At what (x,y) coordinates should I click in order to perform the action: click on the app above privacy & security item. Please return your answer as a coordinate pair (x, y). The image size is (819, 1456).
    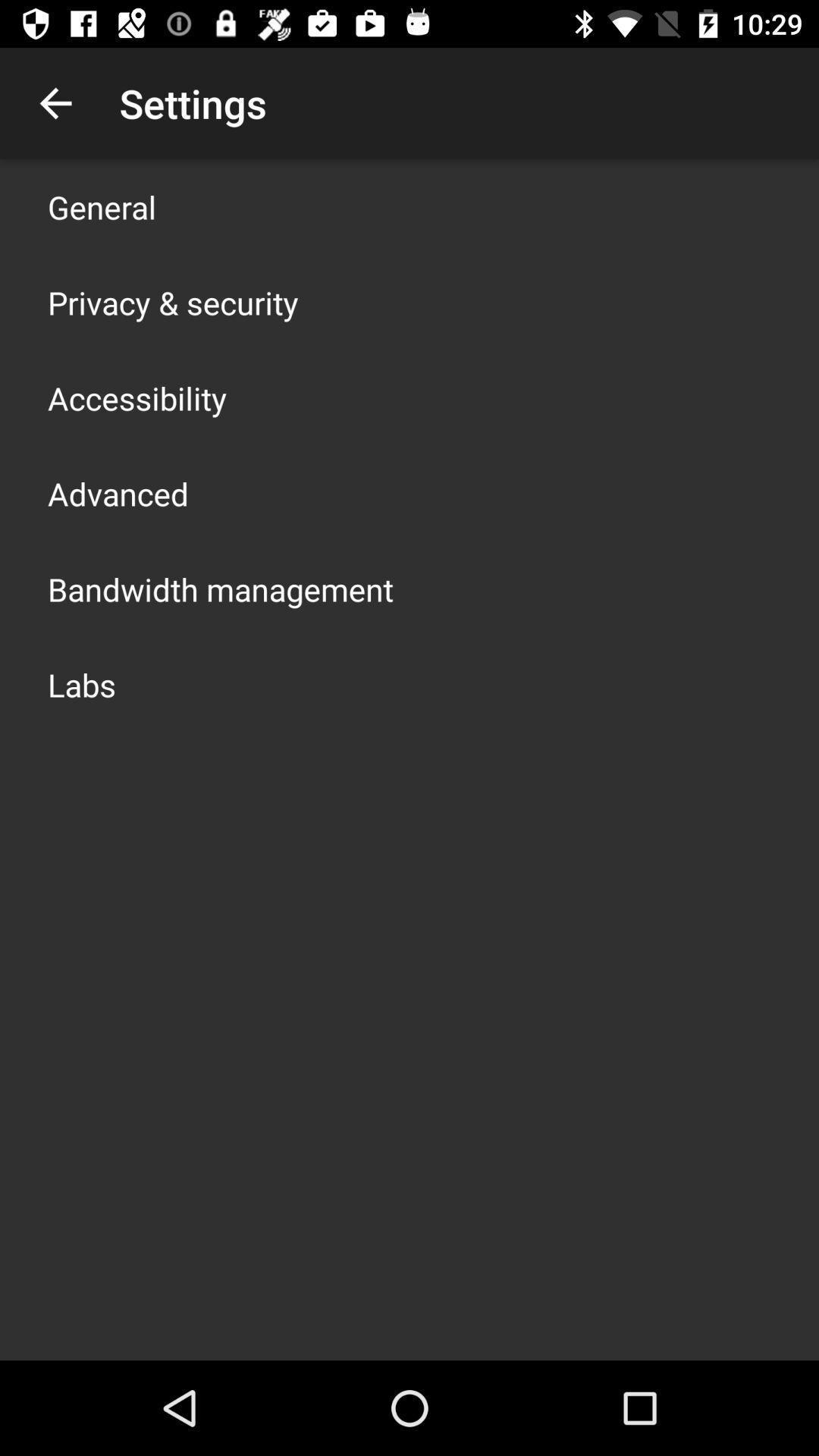
    Looking at the image, I should click on (102, 206).